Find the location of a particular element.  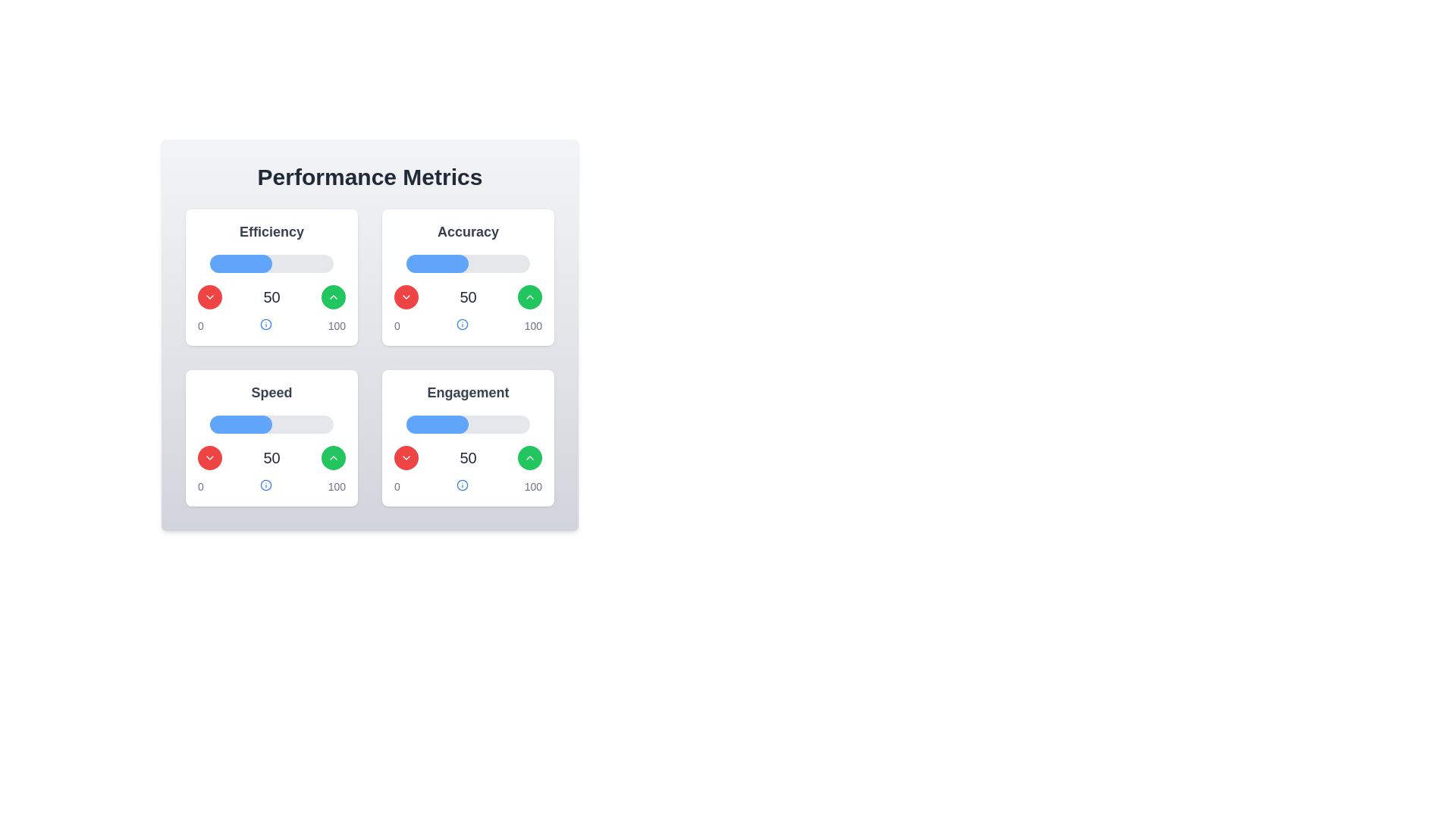

the circular green button with a white upward-pointing chevron located in the bottom-right section of the 'Engagement' card is located at coordinates (530, 457).